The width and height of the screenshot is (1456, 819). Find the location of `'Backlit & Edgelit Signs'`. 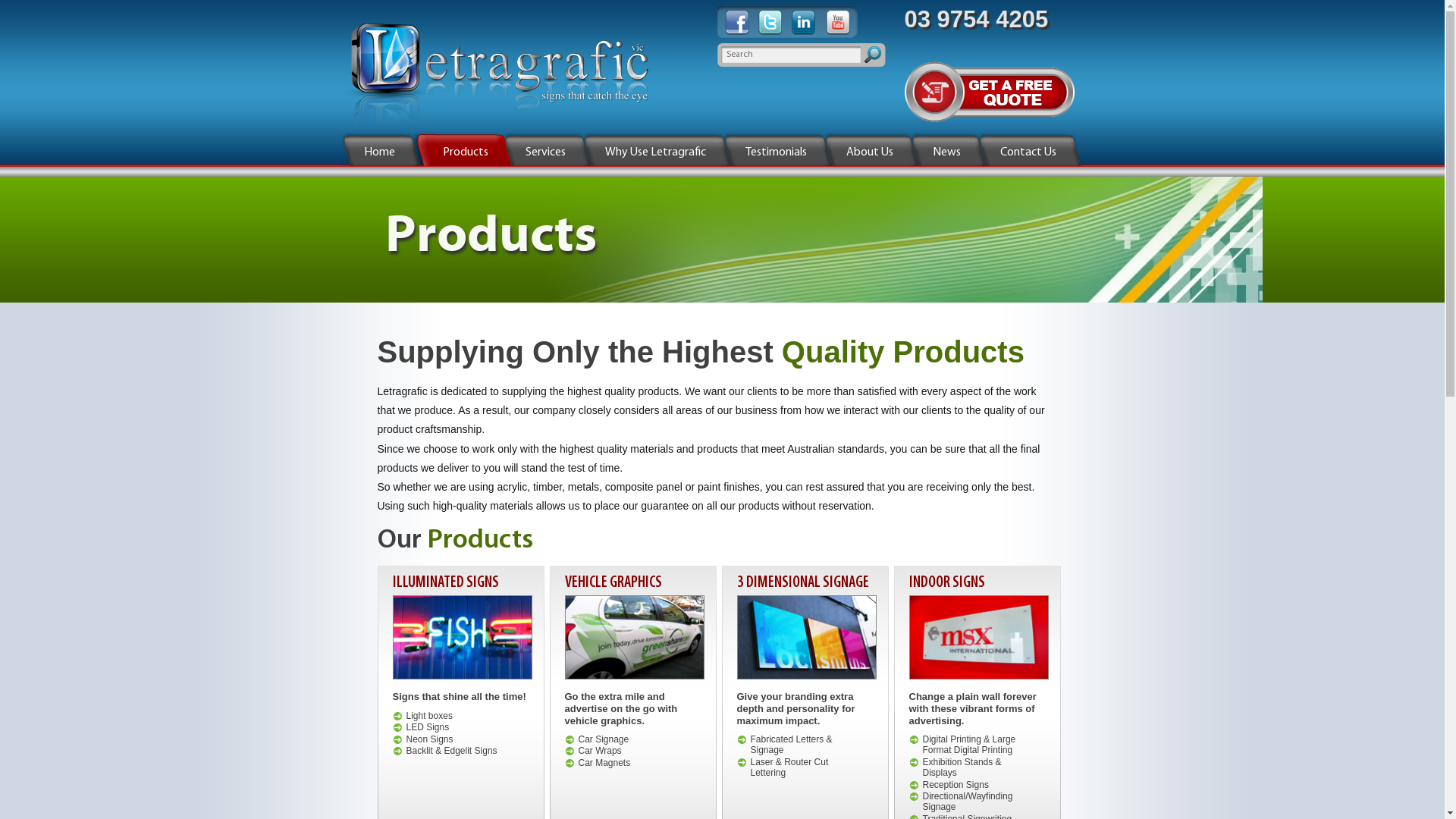

'Backlit & Edgelit Signs' is located at coordinates (450, 751).